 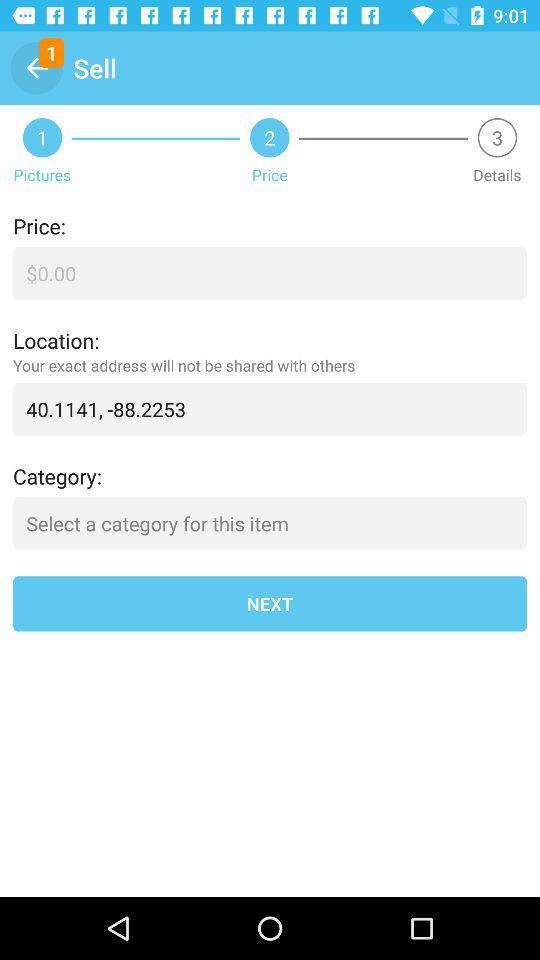 What do you see at coordinates (270, 522) in the screenshot?
I see `select a category item` at bounding box center [270, 522].